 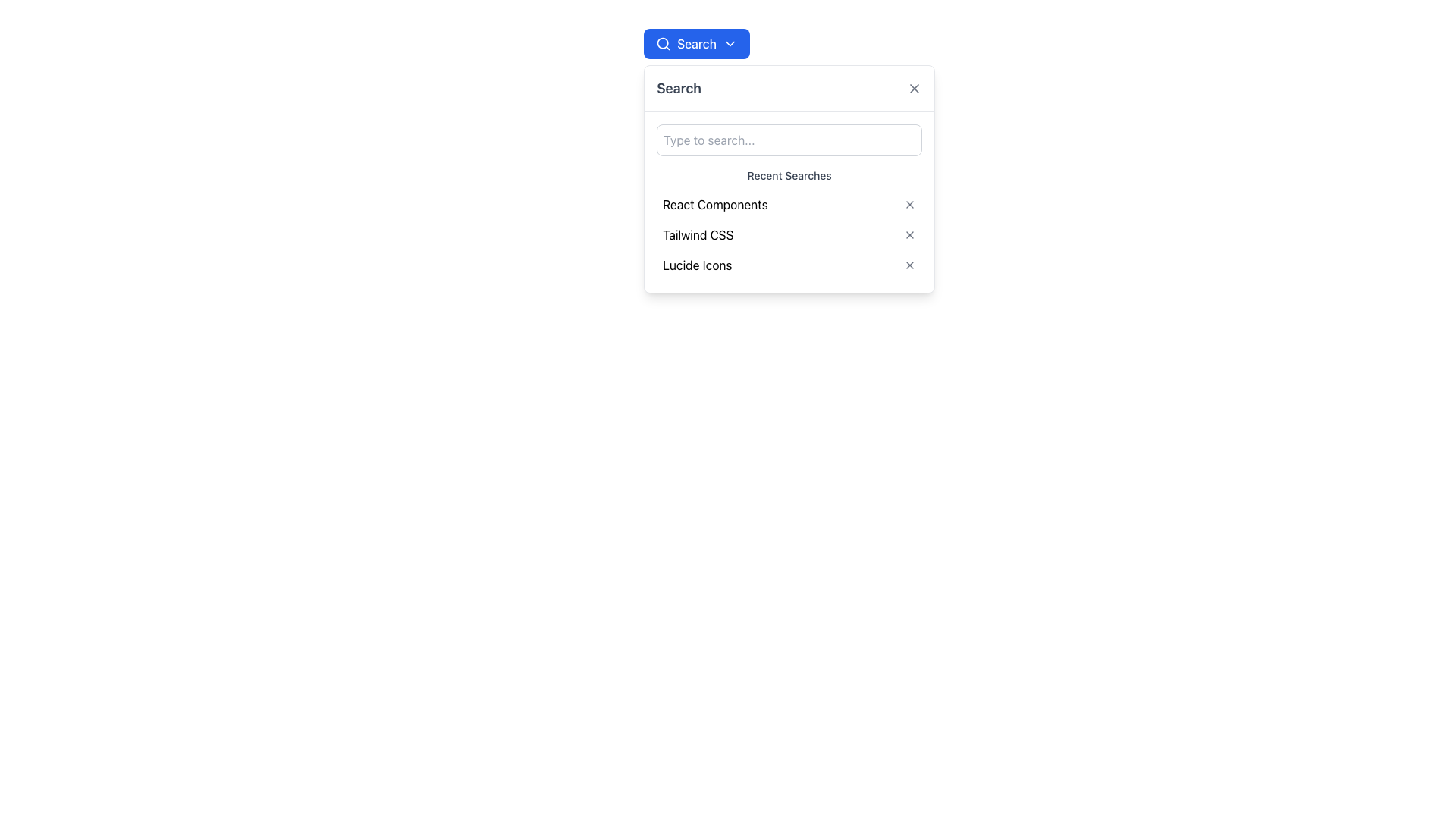 I want to click on the small, square-shaped button displaying an 'X' icon, which is positioned to the right of the text 'React Components' in the recent searches dropdown menu, so click(x=910, y=205).